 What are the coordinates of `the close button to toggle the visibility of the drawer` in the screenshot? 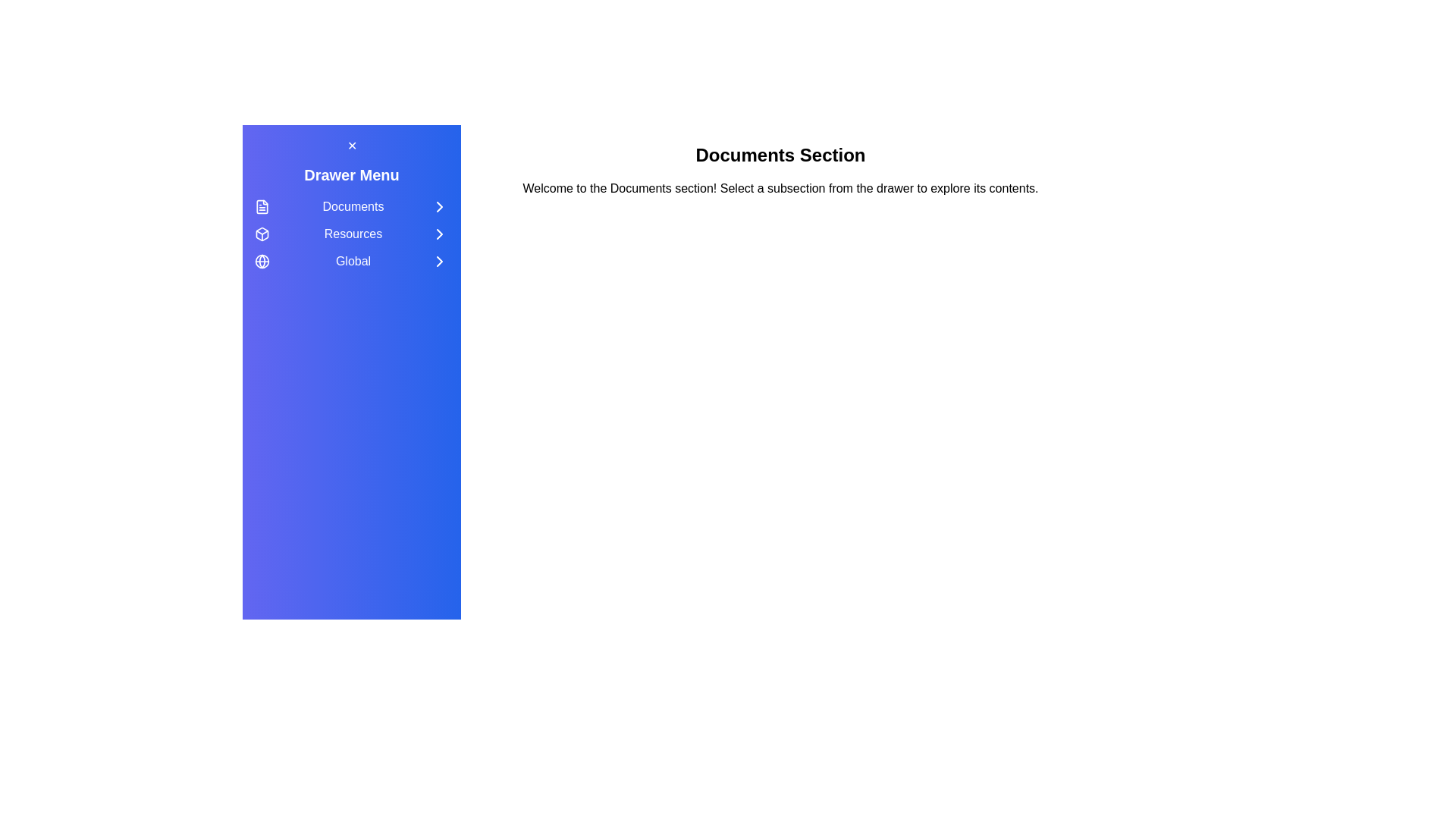 It's located at (351, 146).